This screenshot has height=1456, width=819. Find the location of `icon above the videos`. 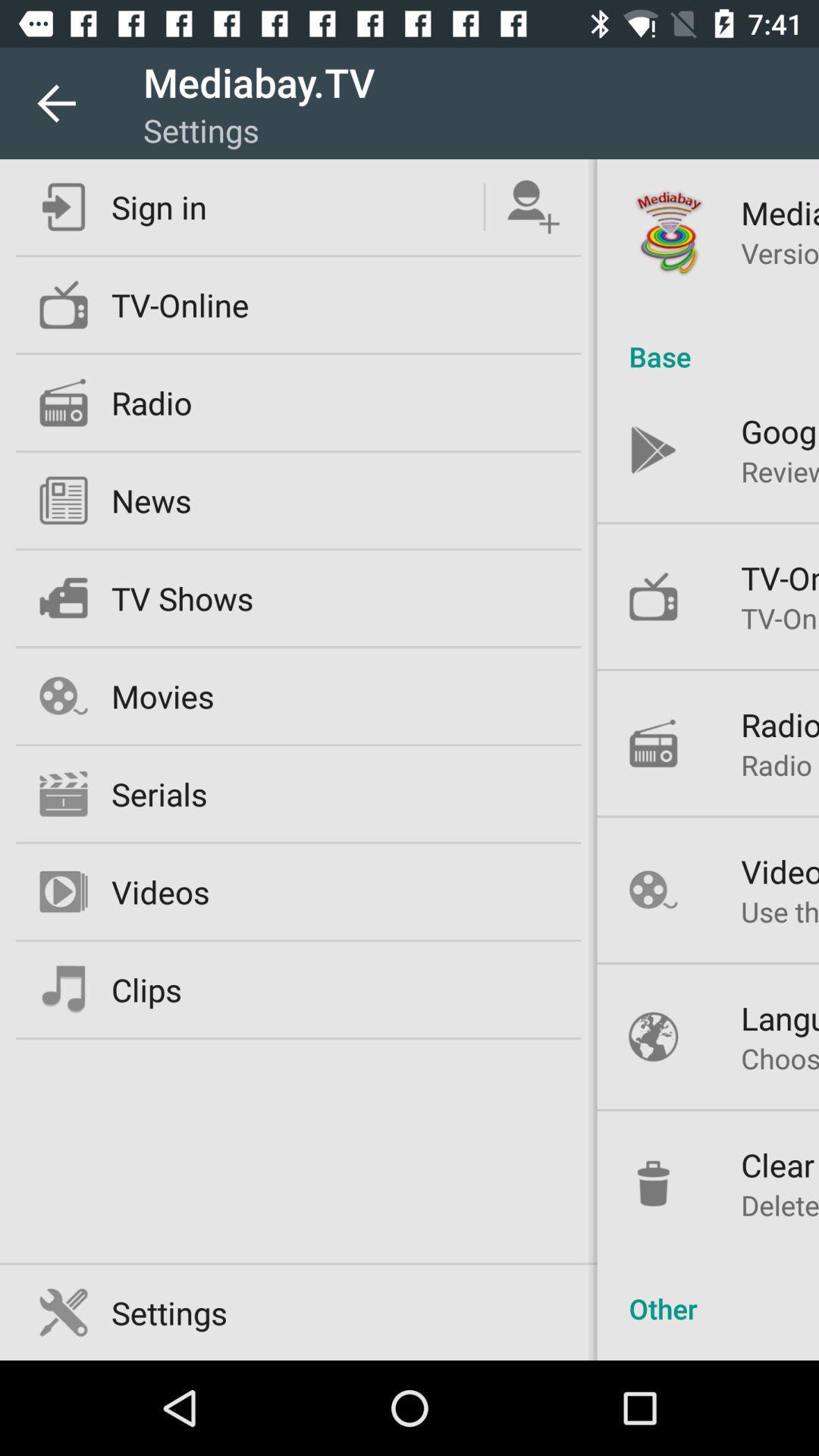

icon above the videos is located at coordinates (780, 764).